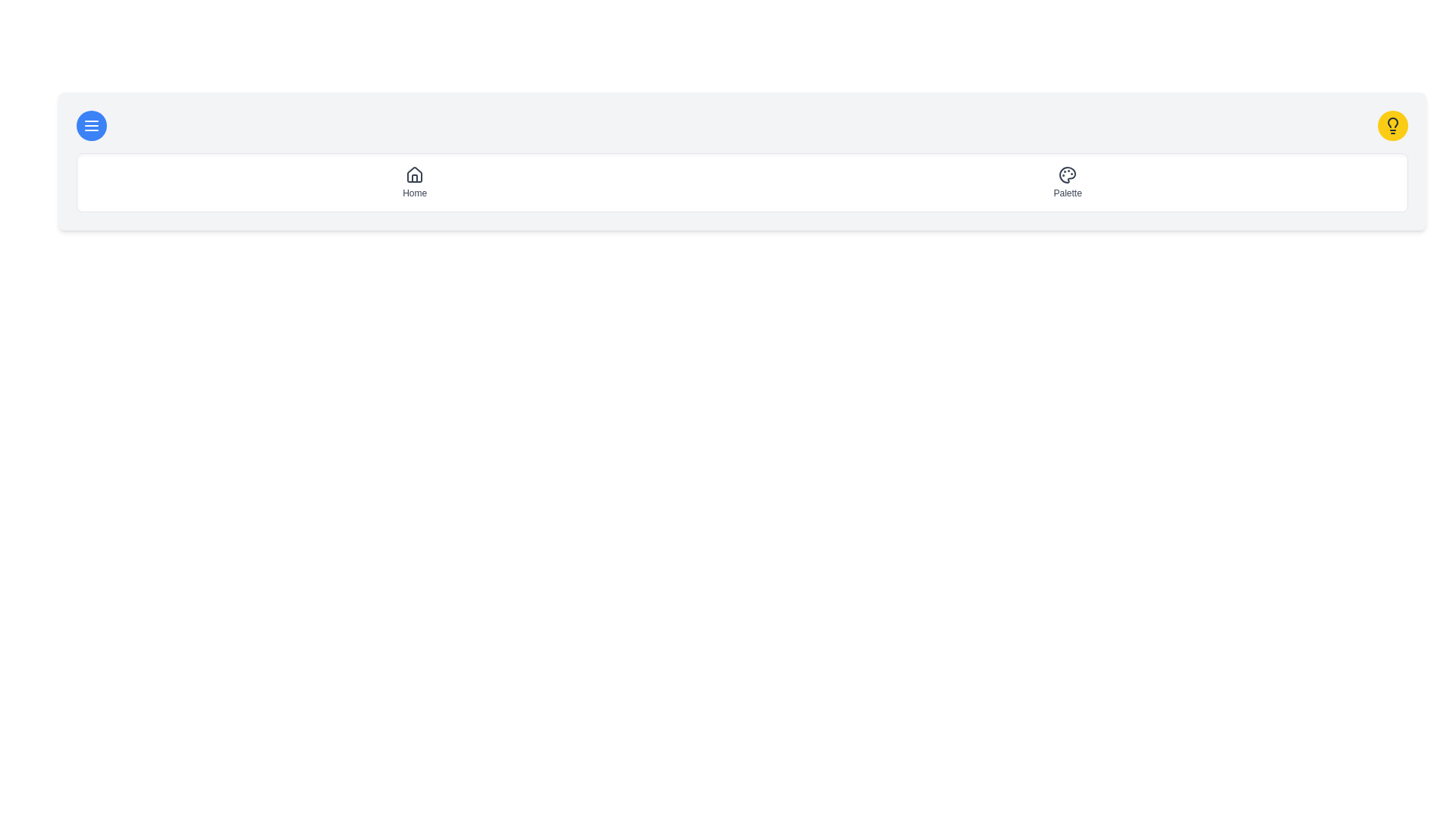 The width and height of the screenshot is (1456, 819). Describe the element at coordinates (1067, 181) in the screenshot. I see `the circular palette icon with decorative dots above the text 'Palette' in the navigation bar` at that location.